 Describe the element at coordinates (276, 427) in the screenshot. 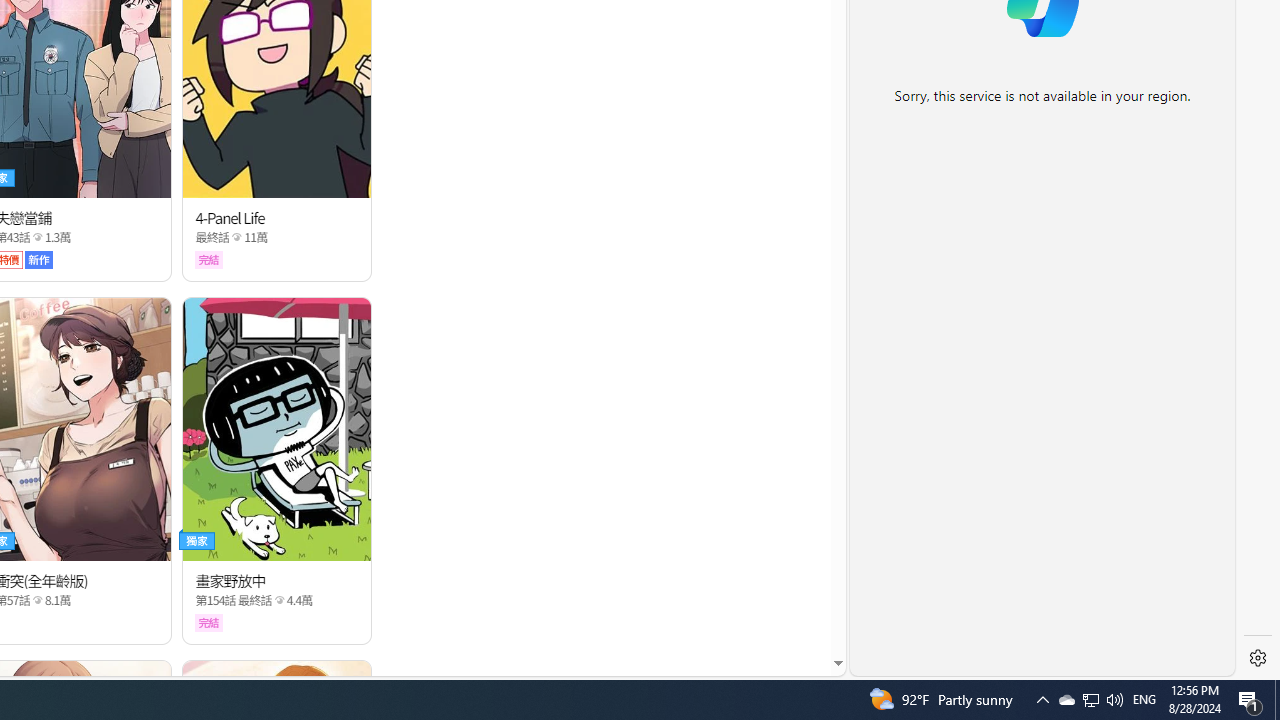

I see `'Class: thumb_img'` at that location.